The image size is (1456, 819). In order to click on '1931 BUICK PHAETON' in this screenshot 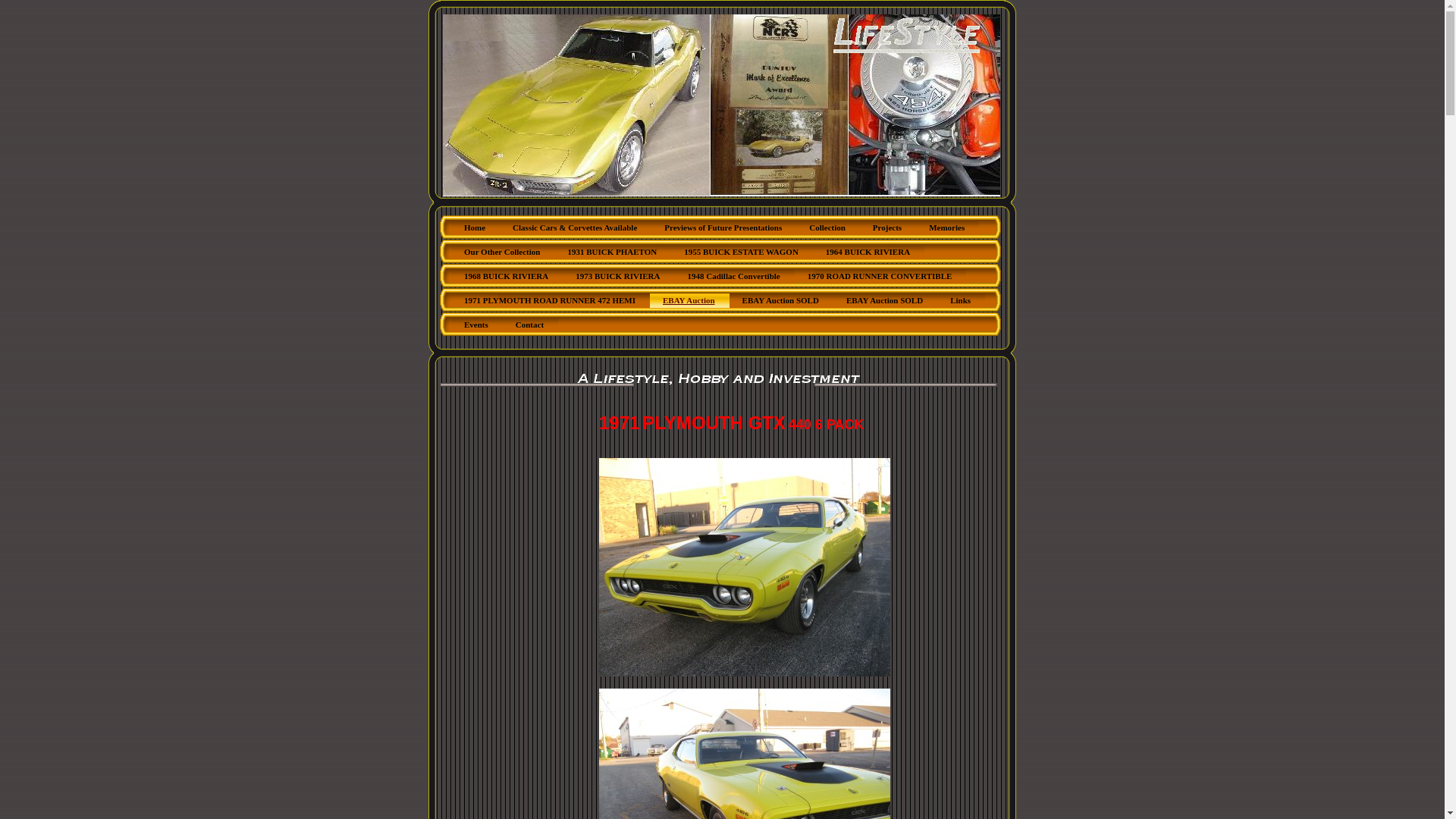, I will do `click(612, 252)`.